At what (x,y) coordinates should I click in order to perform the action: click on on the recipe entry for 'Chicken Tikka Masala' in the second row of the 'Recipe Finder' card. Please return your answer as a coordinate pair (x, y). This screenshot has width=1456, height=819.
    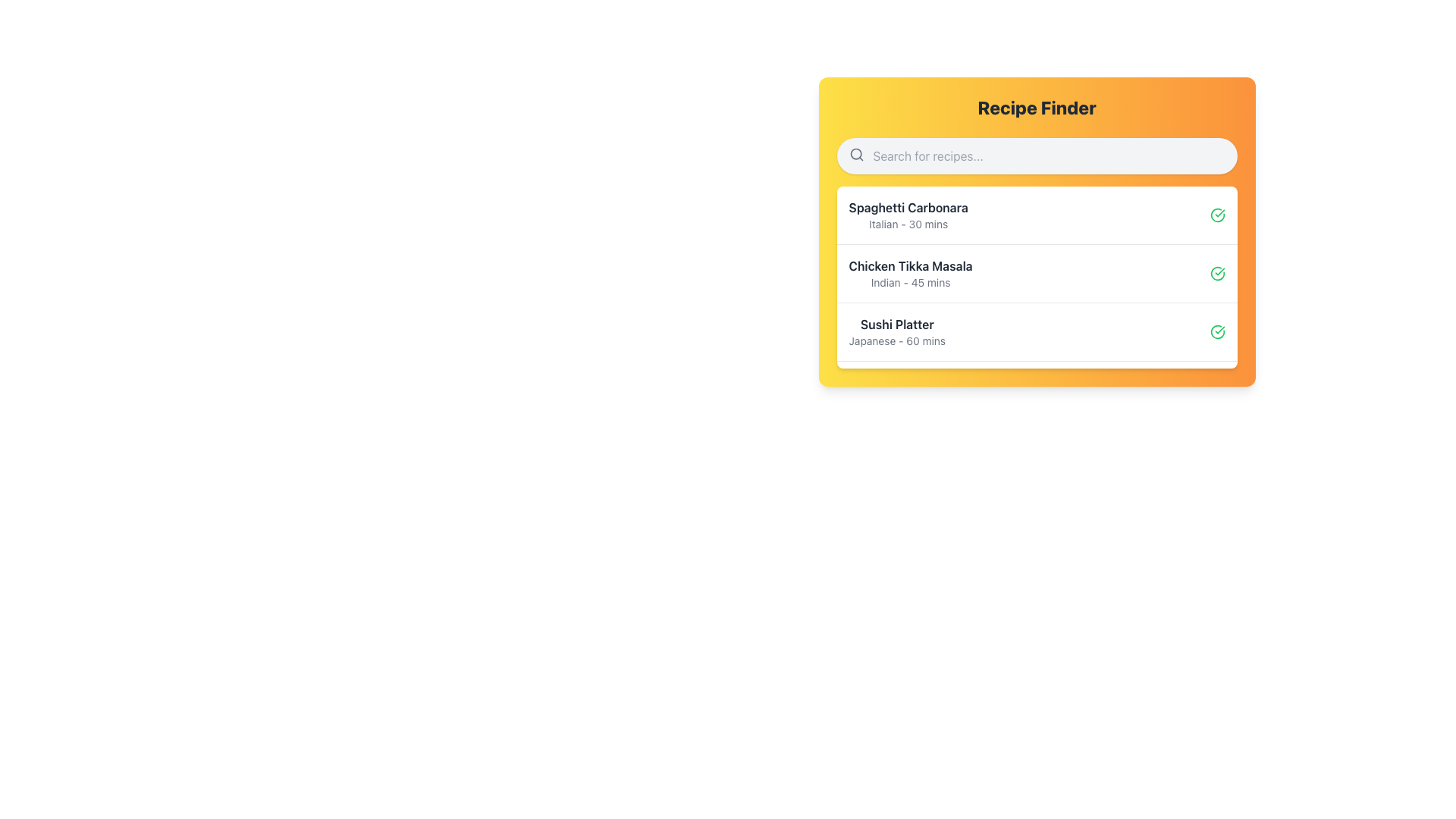
    Looking at the image, I should click on (910, 274).